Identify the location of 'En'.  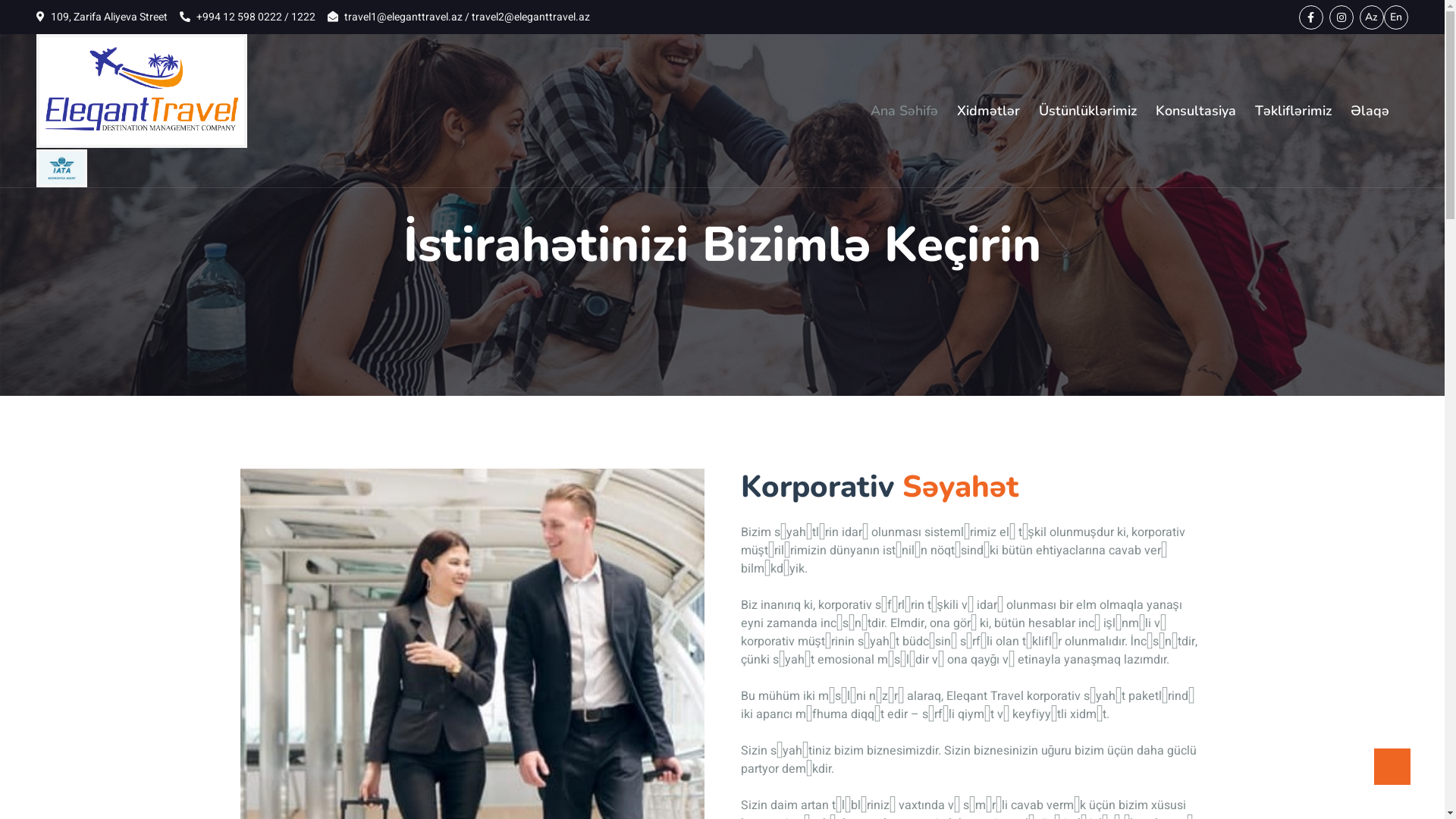
(1395, 17).